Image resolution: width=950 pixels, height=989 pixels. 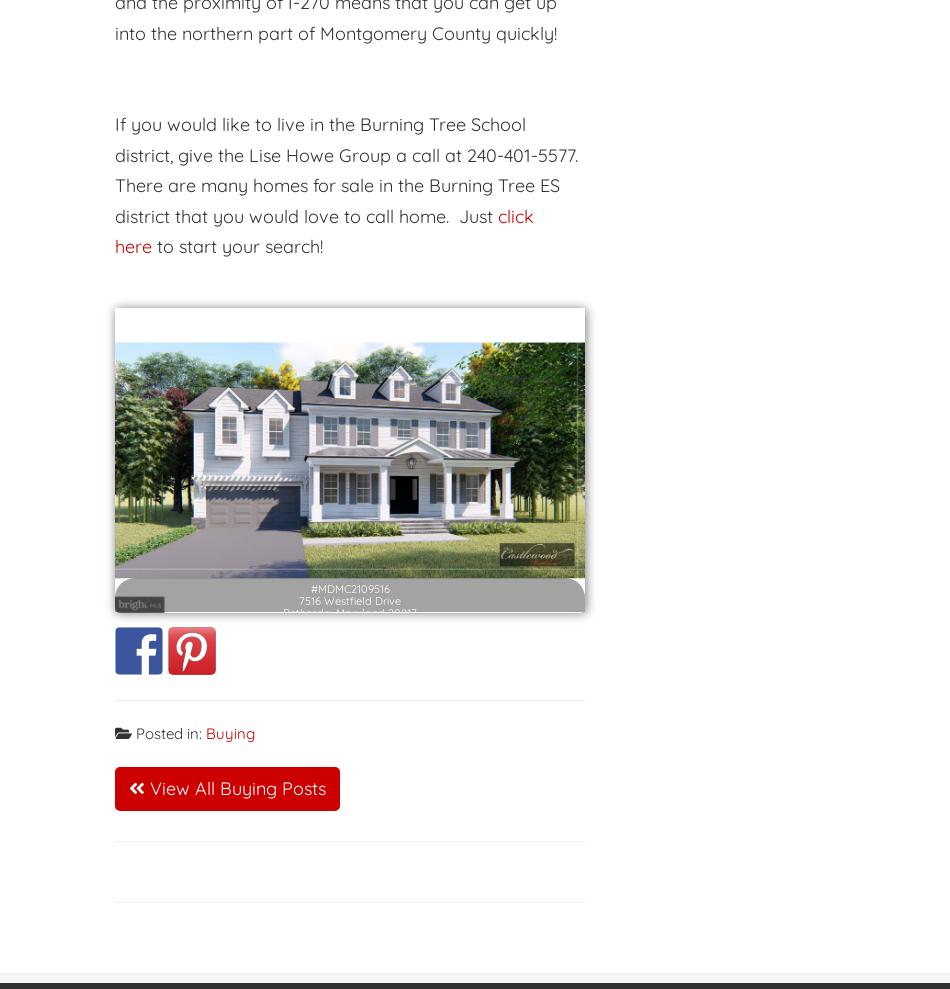 I want to click on '7516 Westfield Drive', so click(x=348, y=584).